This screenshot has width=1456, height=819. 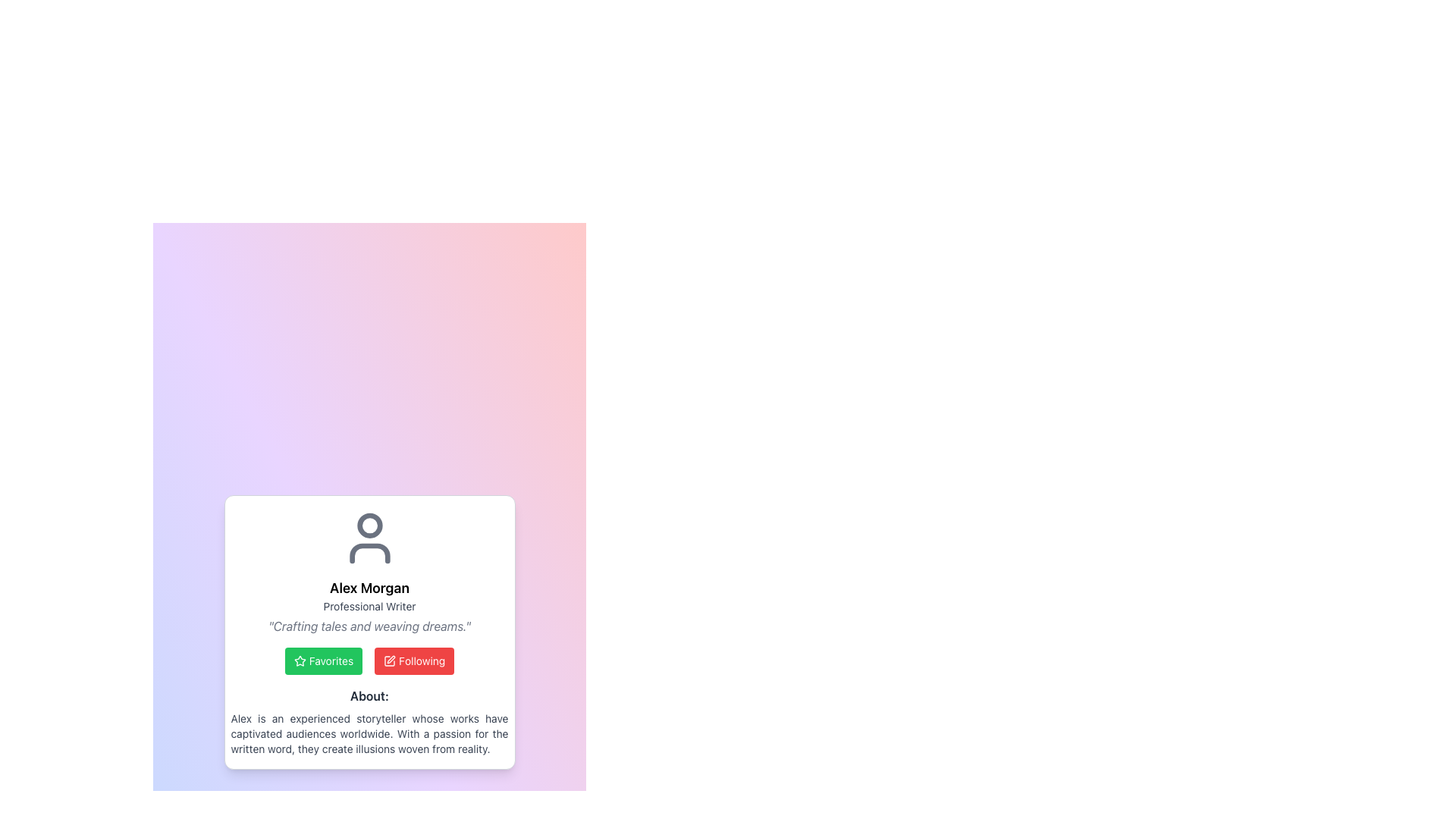 I want to click on the label that provides a tagline or quote situated beneath the 'Professional Writer' subtitle and above the 'Favorites' and 'Following' buttons in the card layout, so click(x=369, y=626).